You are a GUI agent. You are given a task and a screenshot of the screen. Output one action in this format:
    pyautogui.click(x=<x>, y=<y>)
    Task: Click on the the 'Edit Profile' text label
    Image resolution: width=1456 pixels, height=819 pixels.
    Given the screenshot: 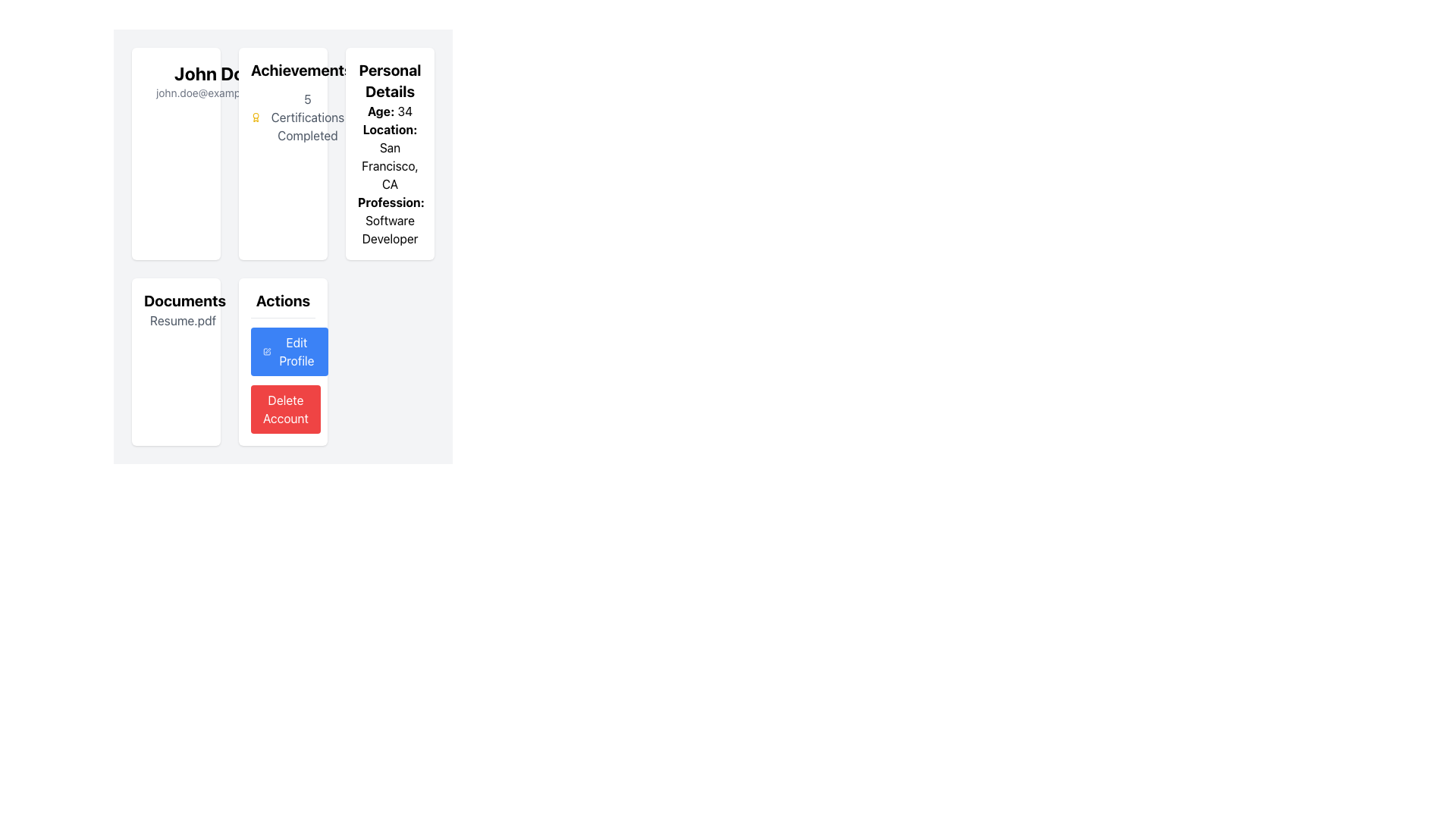 What is the action you would take?
    pyautogui.click(x=297, y=351)
    